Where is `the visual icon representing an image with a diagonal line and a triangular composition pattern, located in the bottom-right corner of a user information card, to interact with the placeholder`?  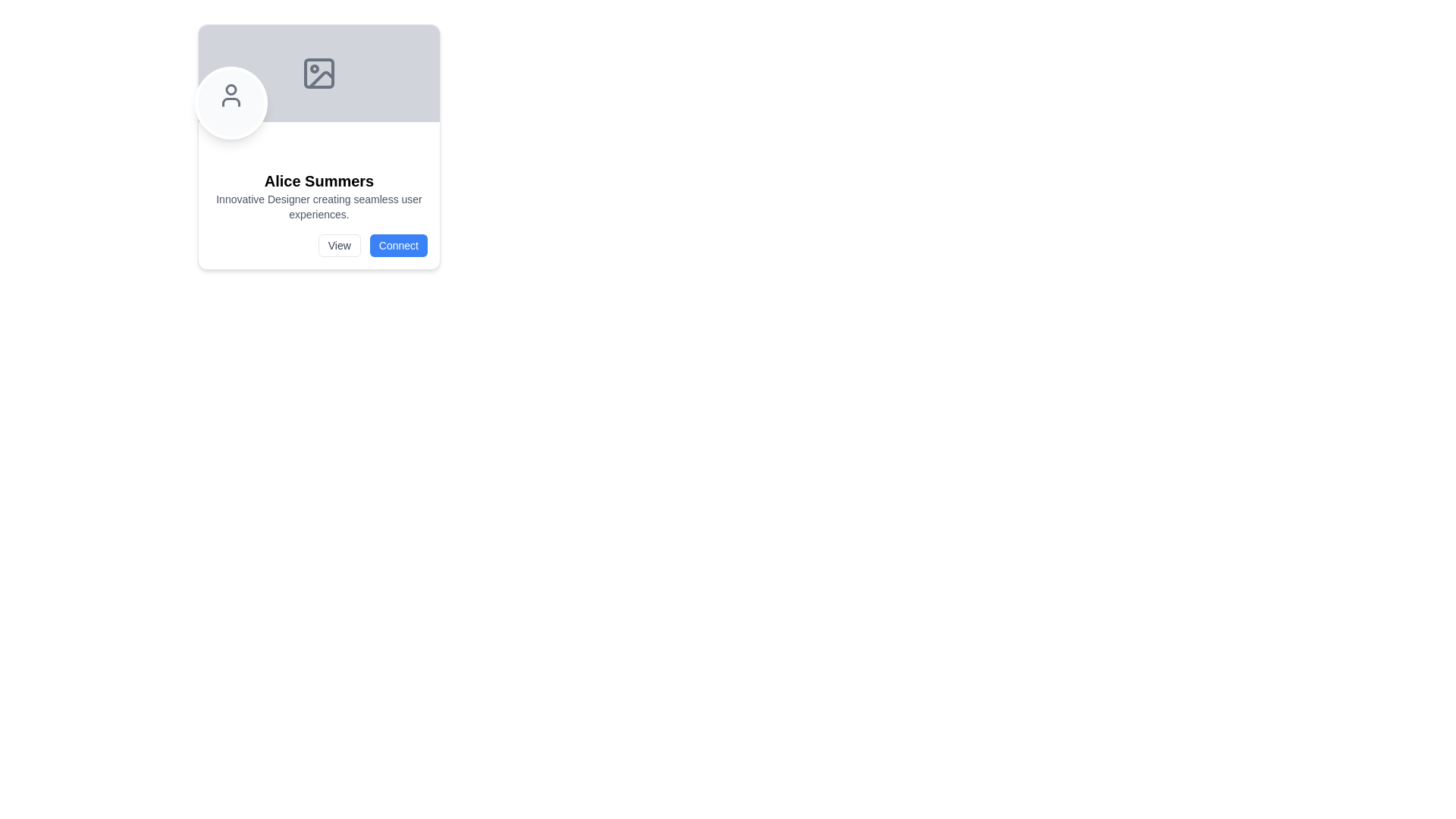
the visual icon representing an image with a diagonal line and a triangular composition pattern, located in the bottom-right corner of a user information card, to interact with the placeholder is located at coordinates (320, 79).